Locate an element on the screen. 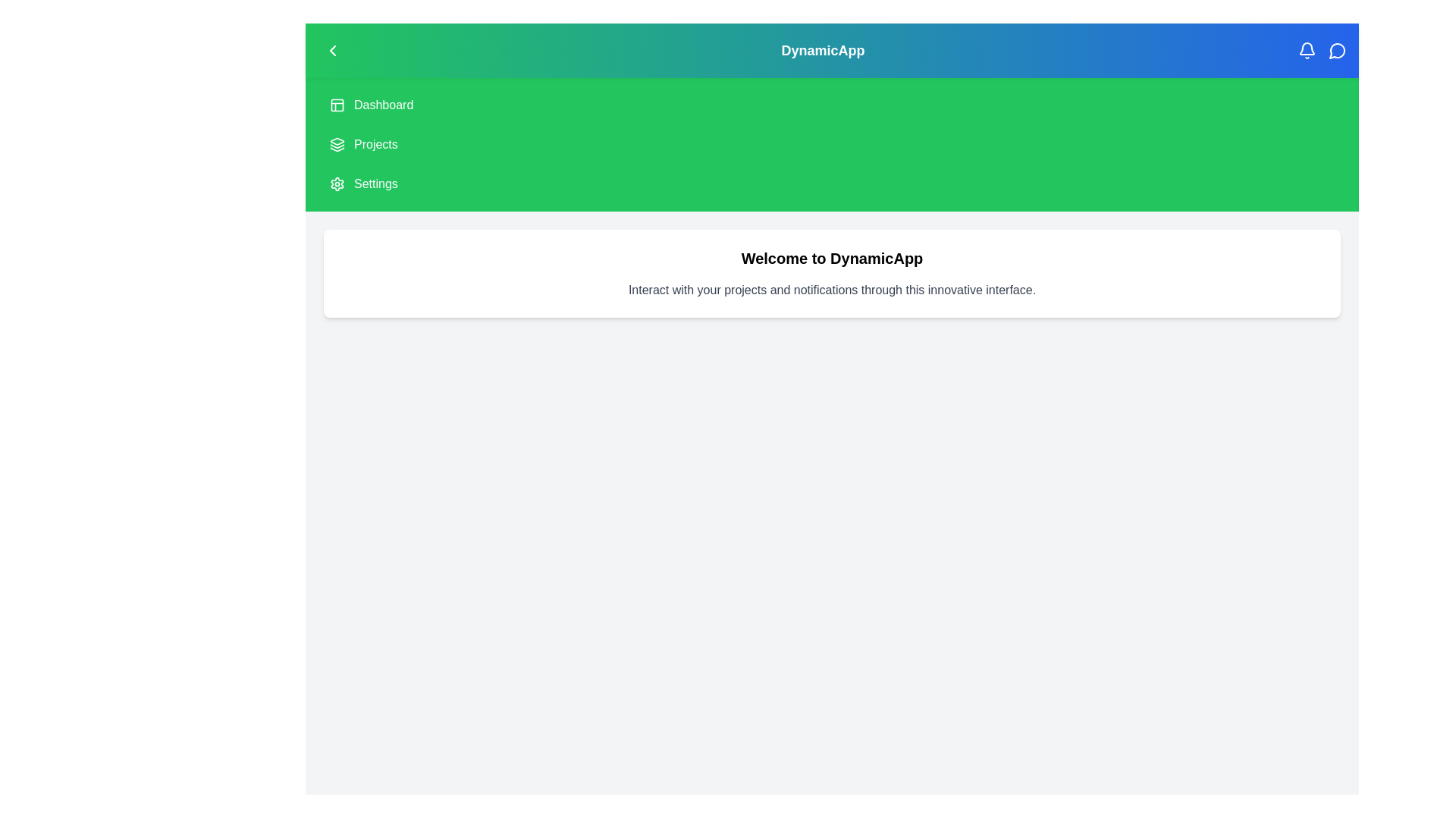 The width and height of the screenshot is (1456, 819). the 'Dashboard' item in the side menu is located at coordinates (383, 104).